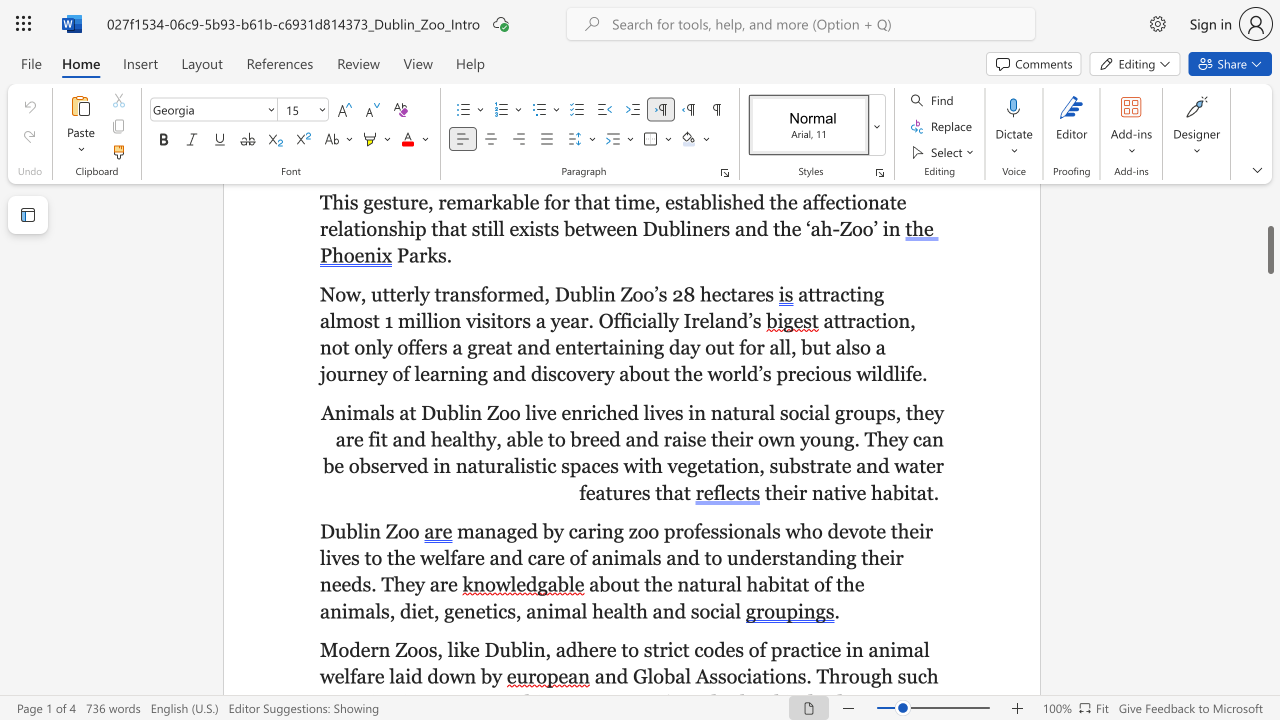 The width and height of the screenshot is (1280, 720). Describe the element at coordinates (630, 466) in the screenshot. I see `the 1th character "w" in the text` at that location.